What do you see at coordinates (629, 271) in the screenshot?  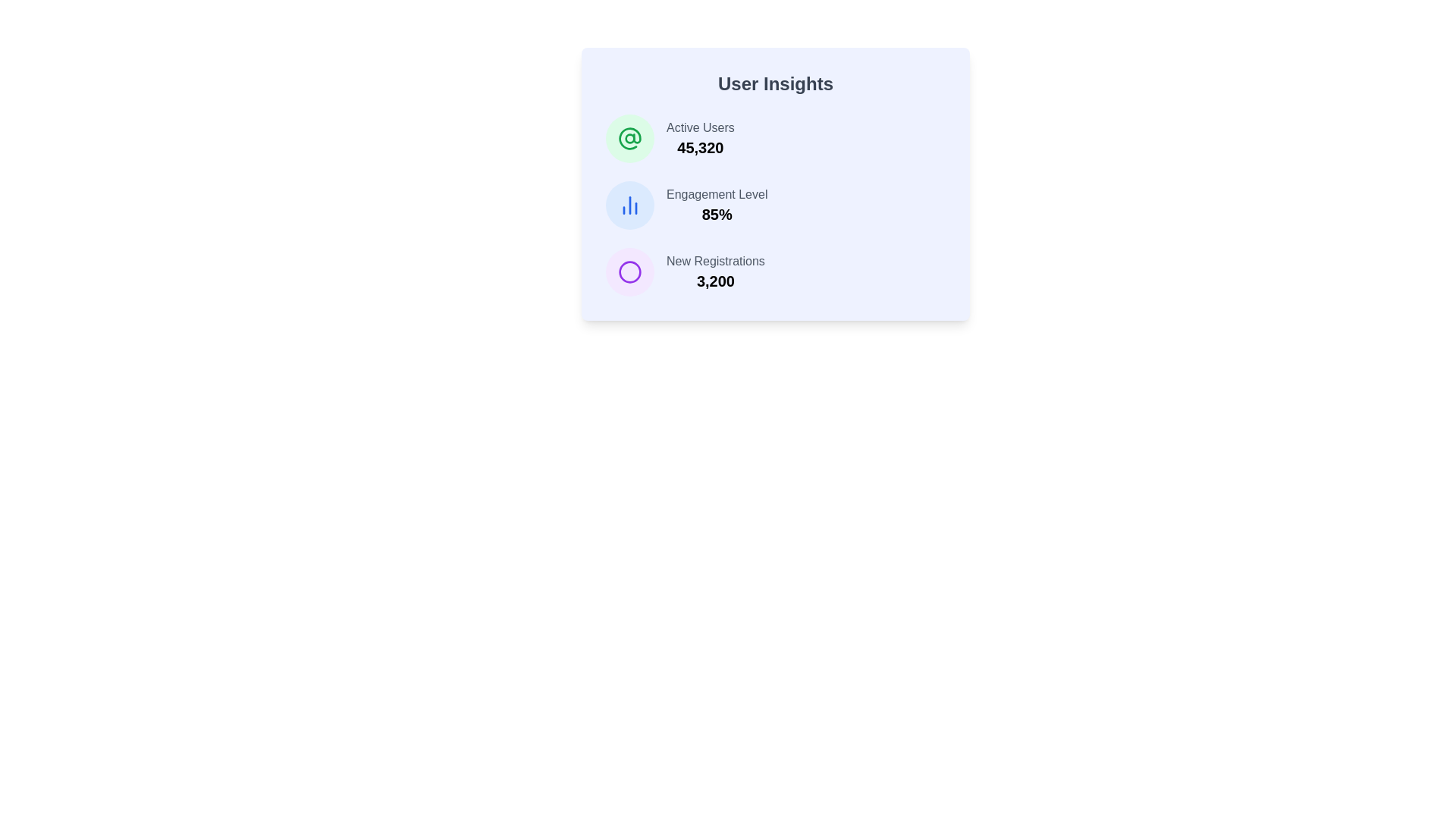 I see `the circular purple icon located to the left of the 'New Registrations 3,200' text in the 'User Insights' panel` at bounding box center [629, 271].